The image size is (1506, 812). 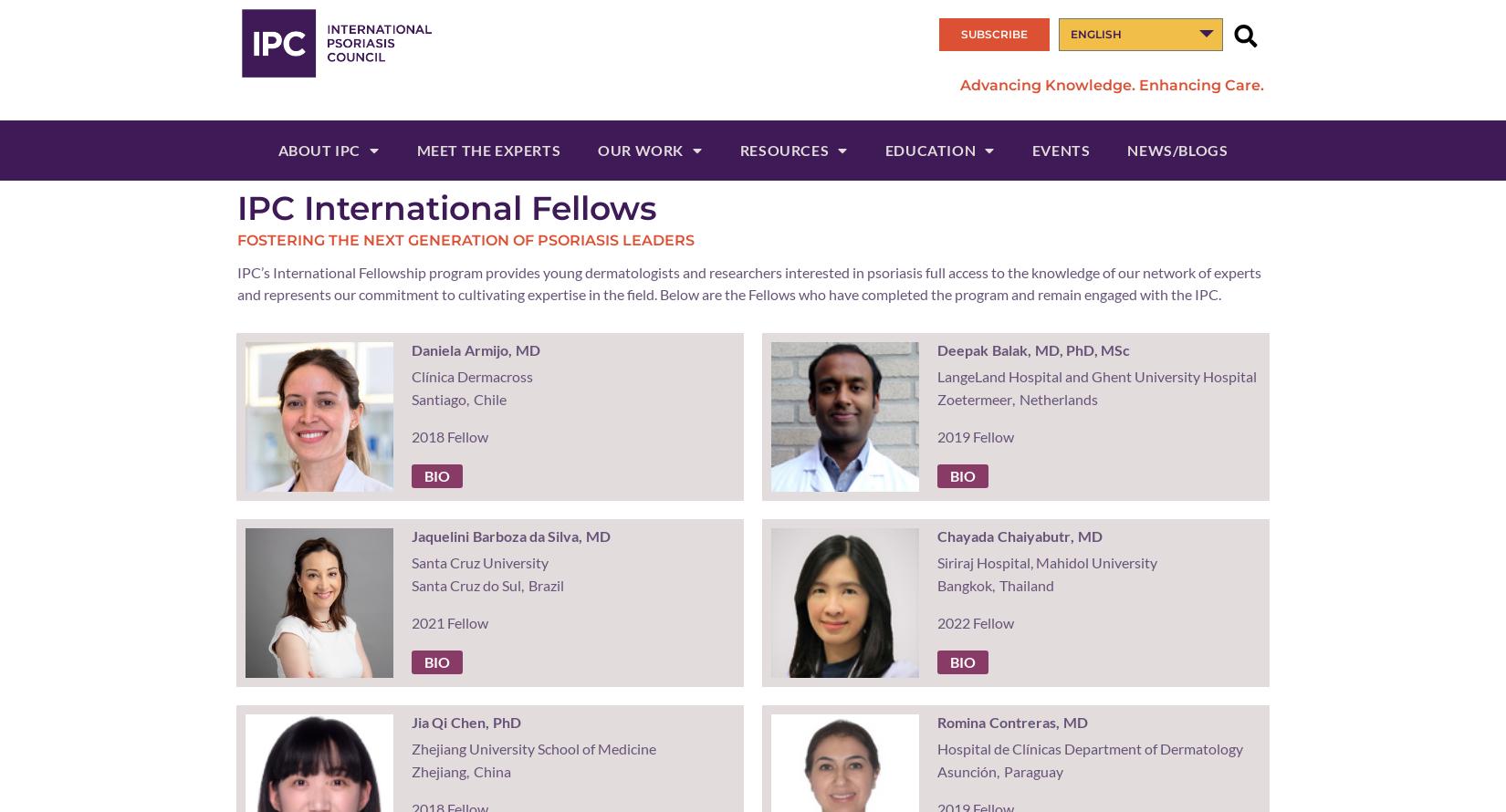 What do you see at coordinates (936, 535) in the screenshot?
I see `'Chayada'` at bounding box center [936, 535].